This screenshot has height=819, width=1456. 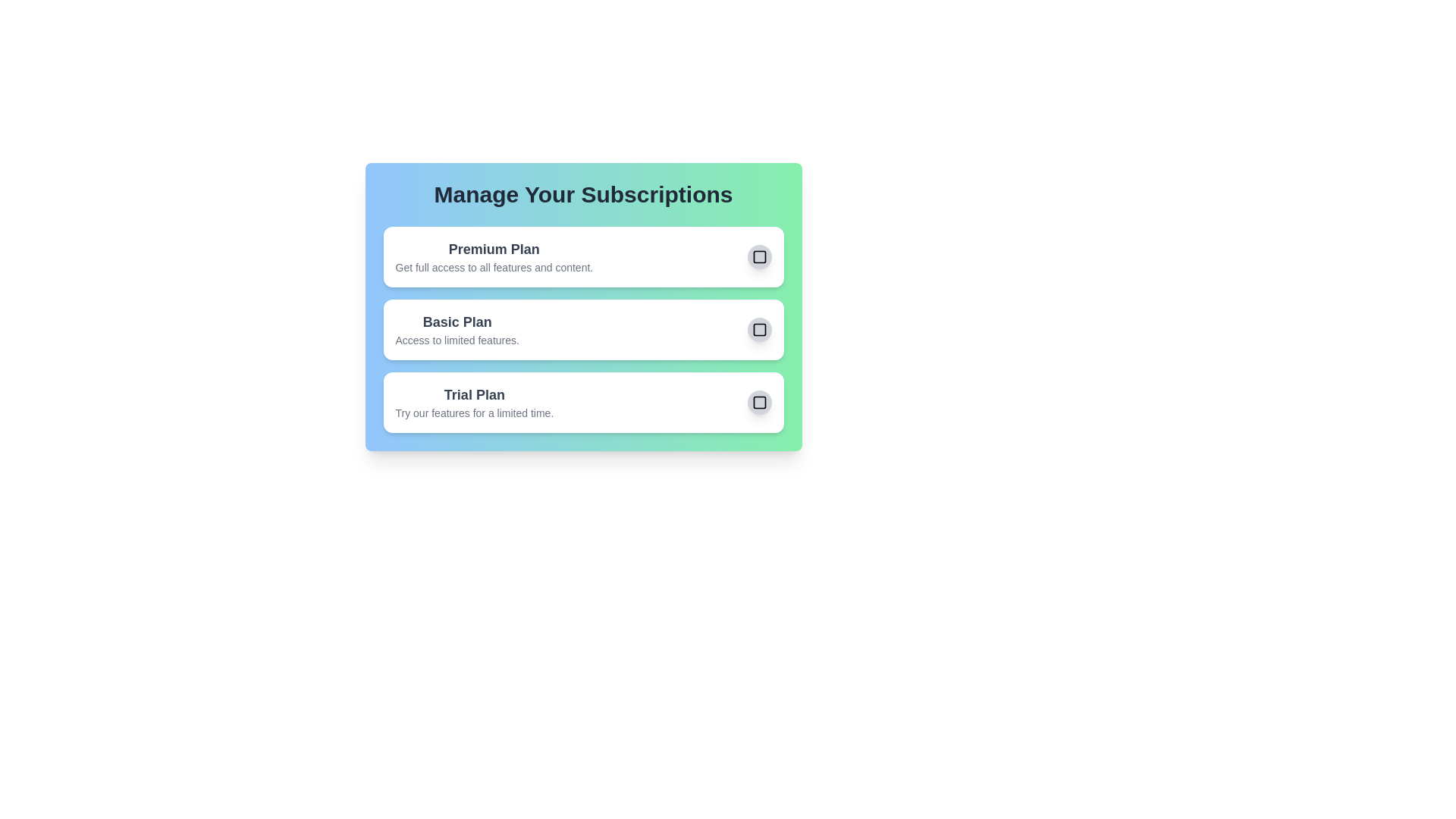 I want to click on the 'Basic Plan' subscription option text label and its description, which is positioned in the middle of a vertically stacked block within the subscription management interface, specifically below the 'Premium Plan' section and above the 'Trial Plan' section, so click(x=457, y=329).